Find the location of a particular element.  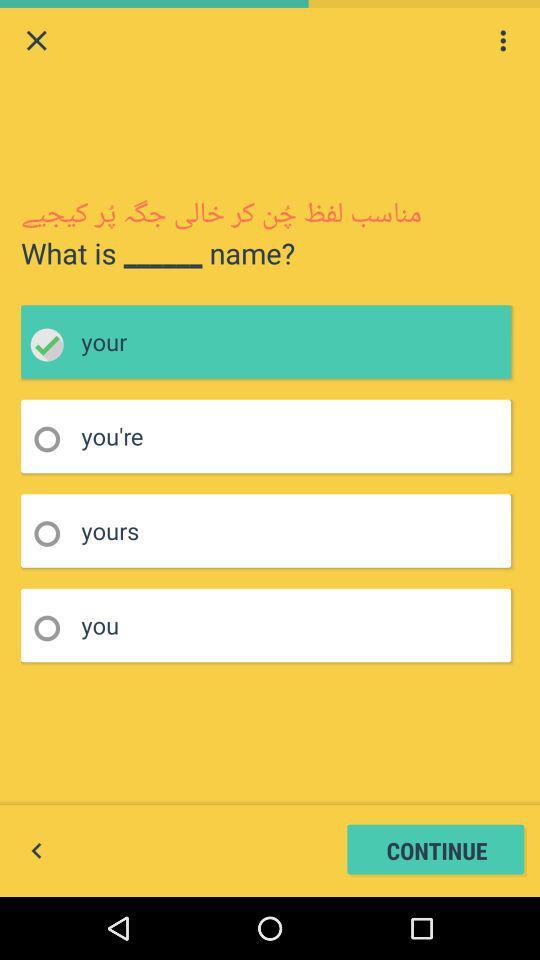

bookmark is located at coordinates (53, 627).